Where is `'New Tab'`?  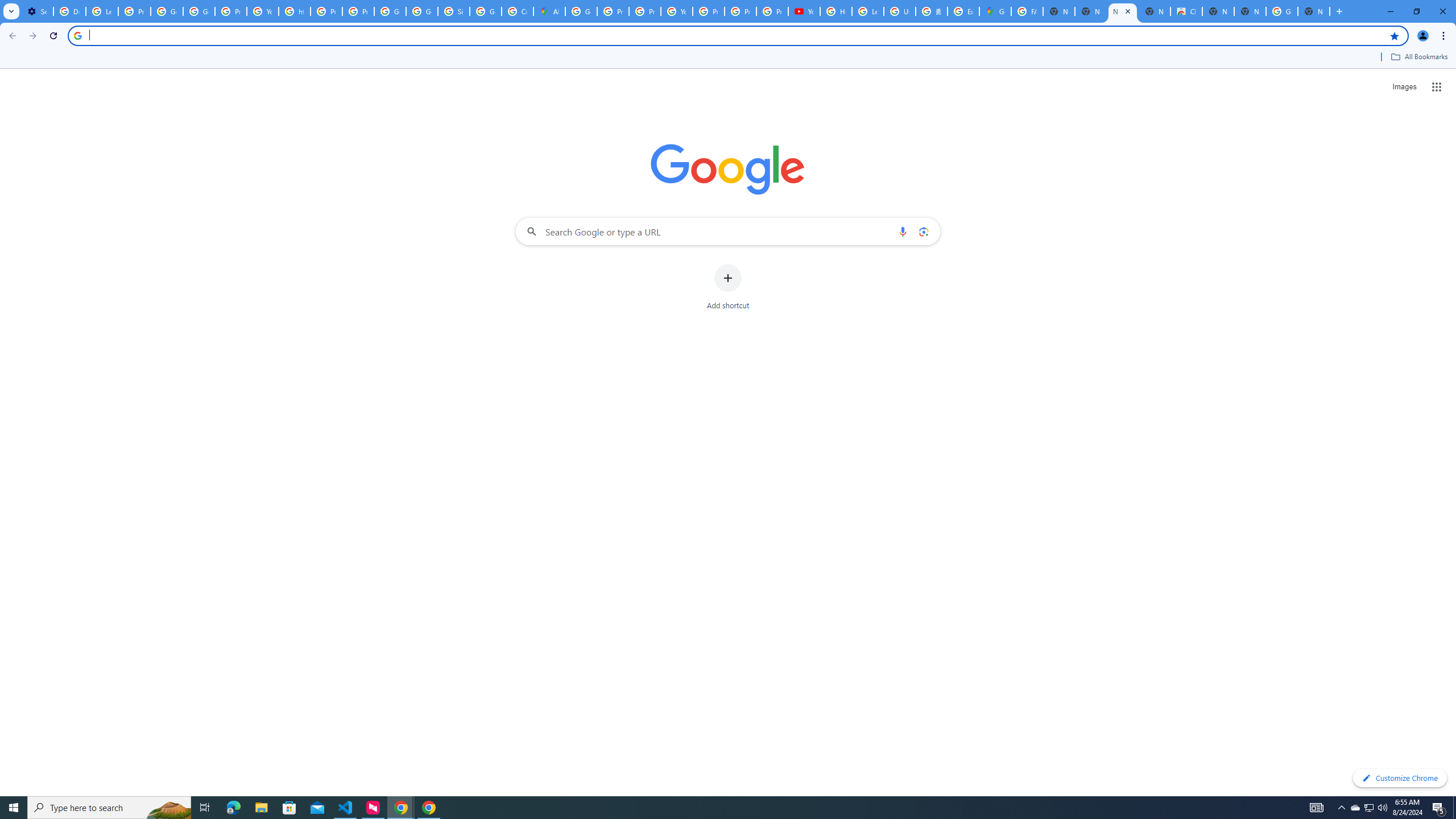
'New Tab' is located at coordinates (1250, 11).